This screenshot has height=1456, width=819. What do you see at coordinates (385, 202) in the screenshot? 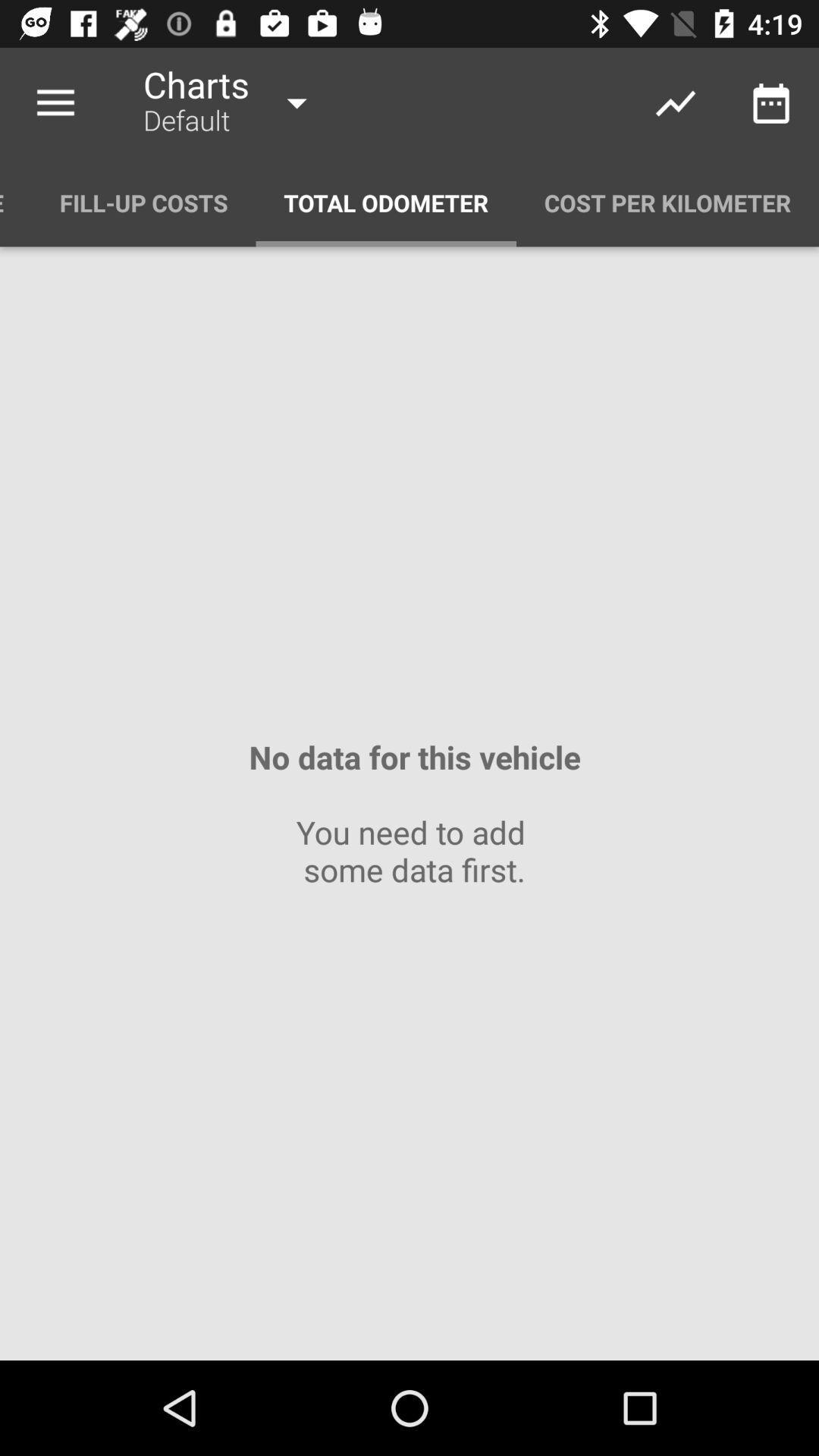
I see `icon below default icon` at bounding box center [385, 202].